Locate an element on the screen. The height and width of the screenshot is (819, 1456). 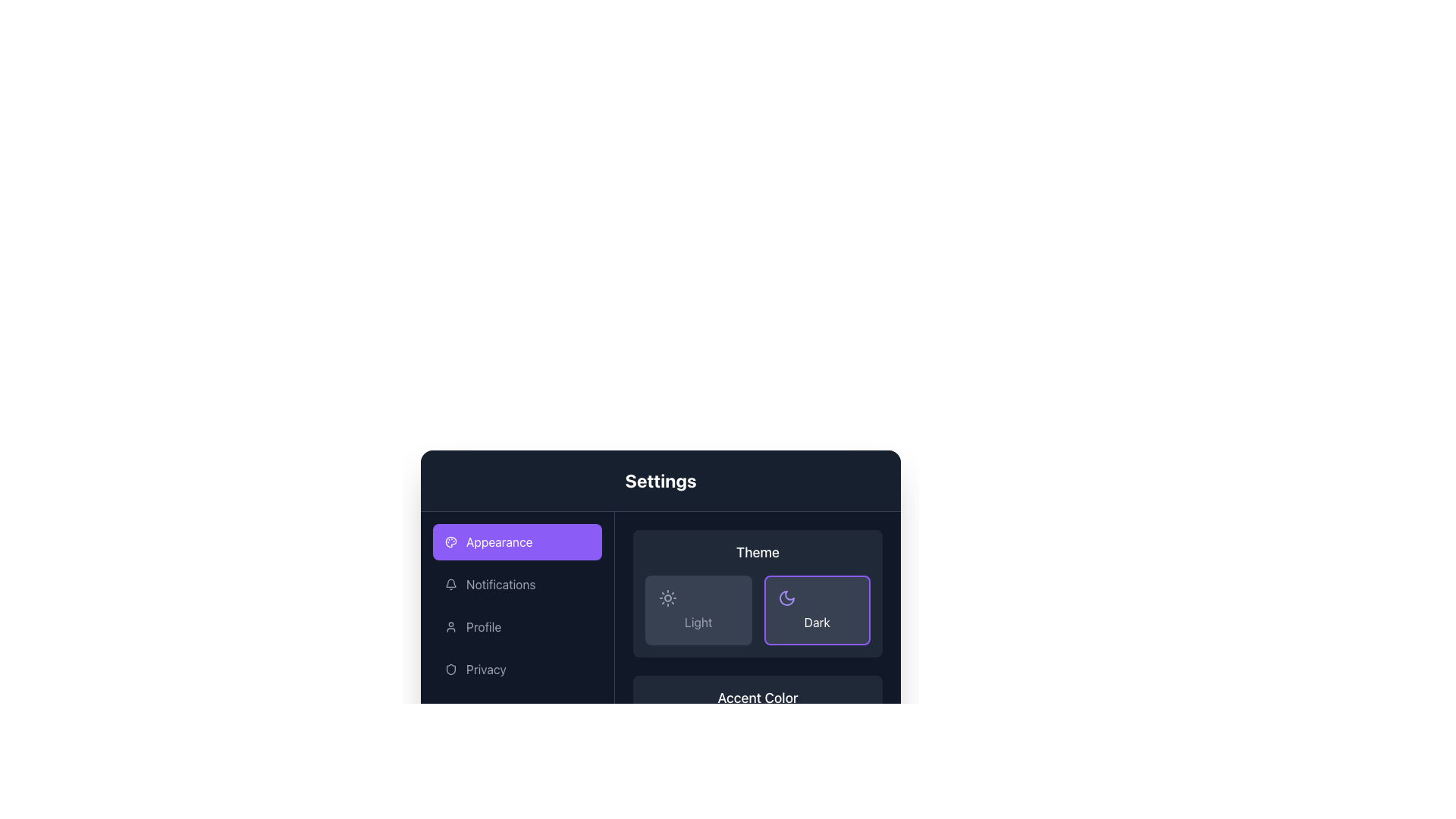
the crescent moon icon representing the 'Dark' theme in the top-left portion of the theme selector card, which is visually styled with a thin violet outline against a dark background is located at coordinates (786, 598).